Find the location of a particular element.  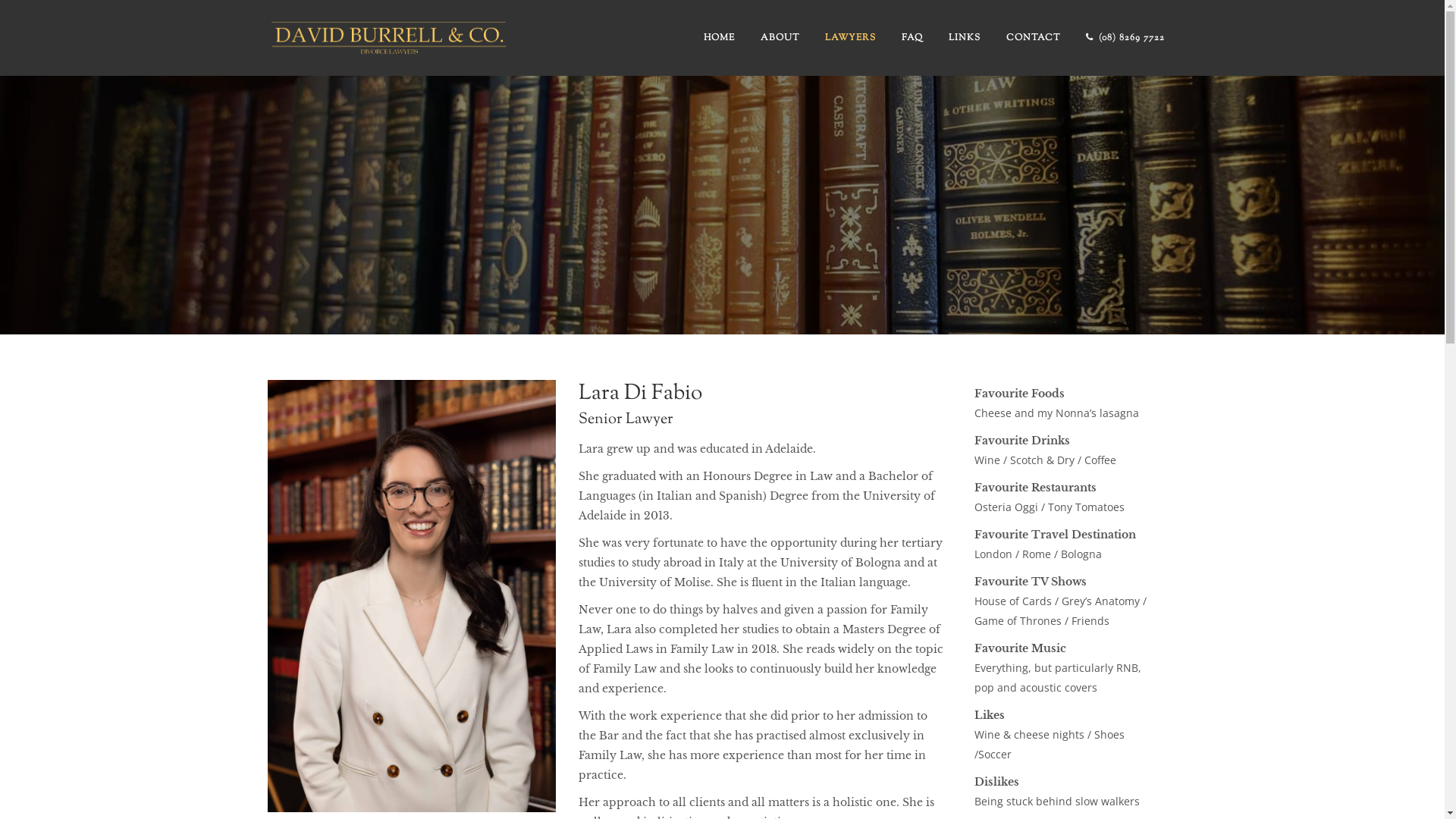

'LINKS' is located at coordinates (964, 37).